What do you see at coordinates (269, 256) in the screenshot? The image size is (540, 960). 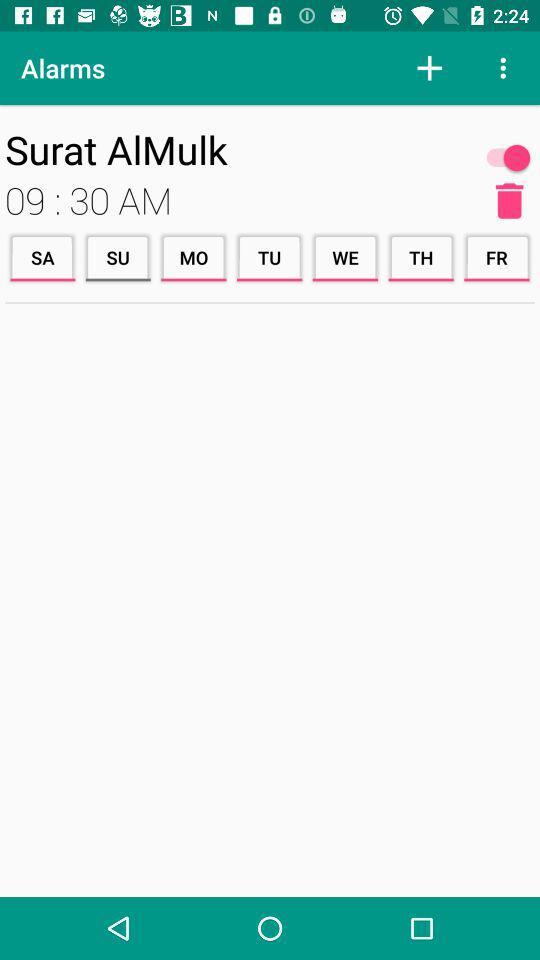 I see `item to the left of the we icon` at bounding box center [269, 256].